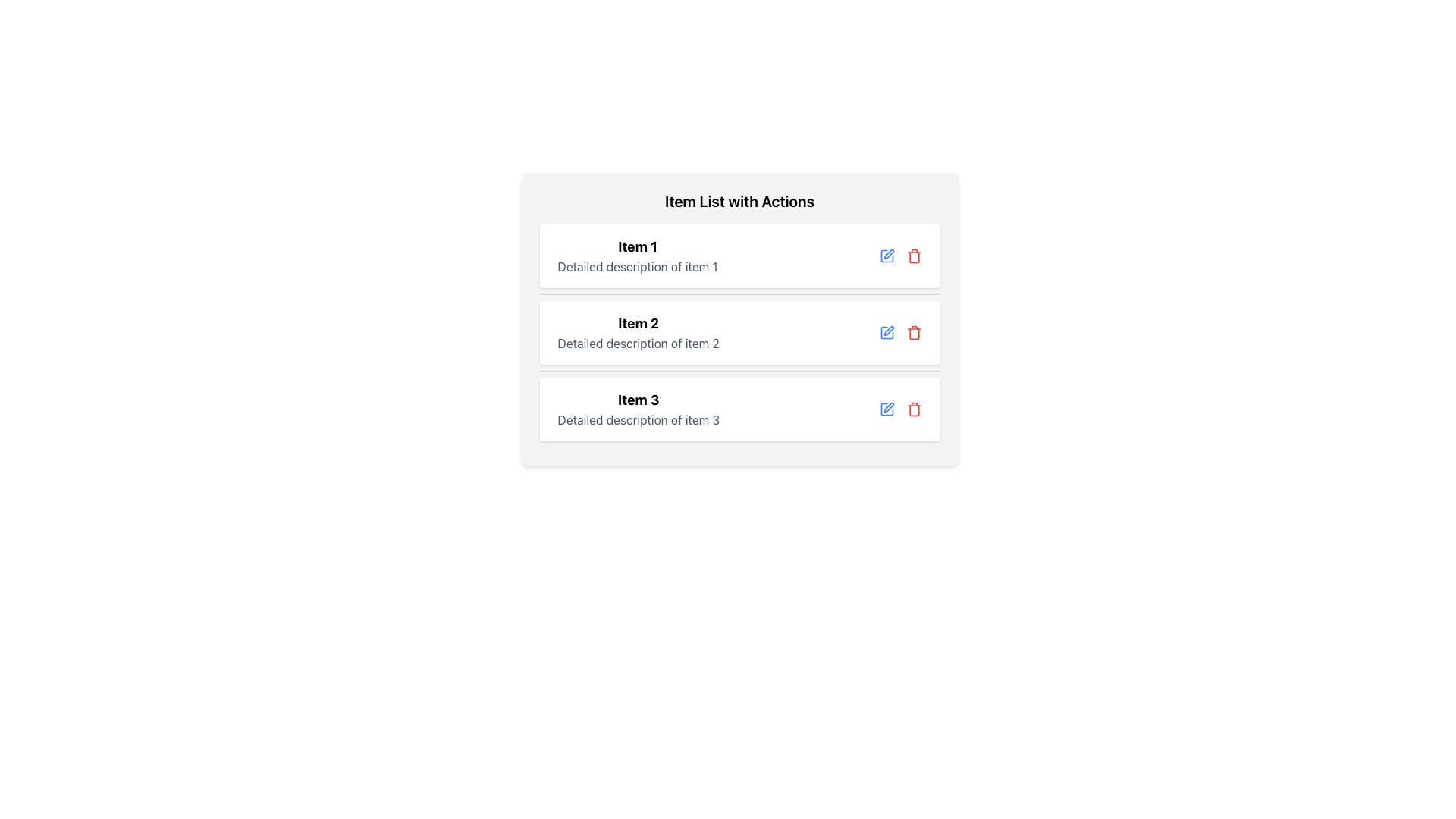 The width and height of the screenshot is (1456, 819). Describe the element at coordinates (739, 294) in the screenshot. I see `the Divider element that visually separates 'Item 1' and 'Item 2' in the list to improve readability and structure` at that location.